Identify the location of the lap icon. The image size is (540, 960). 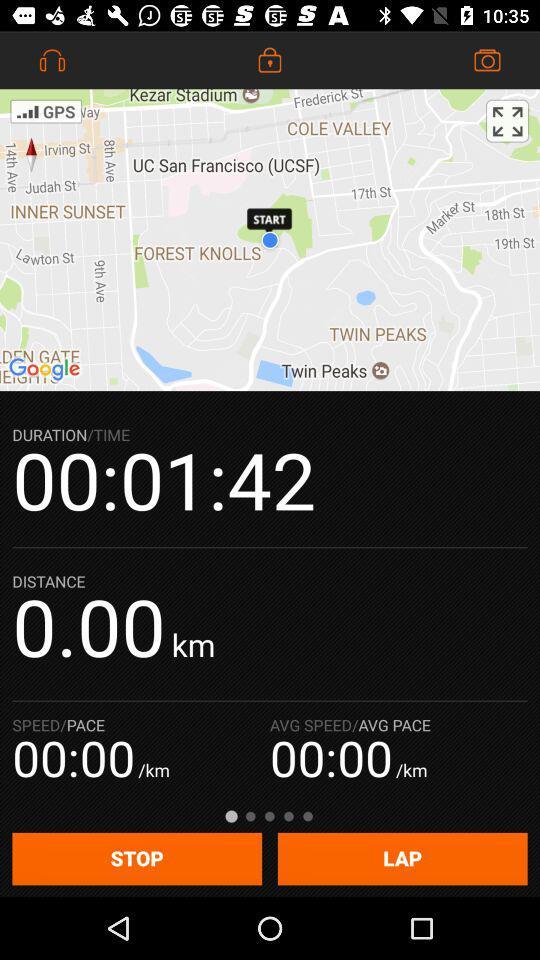
(402, 858).